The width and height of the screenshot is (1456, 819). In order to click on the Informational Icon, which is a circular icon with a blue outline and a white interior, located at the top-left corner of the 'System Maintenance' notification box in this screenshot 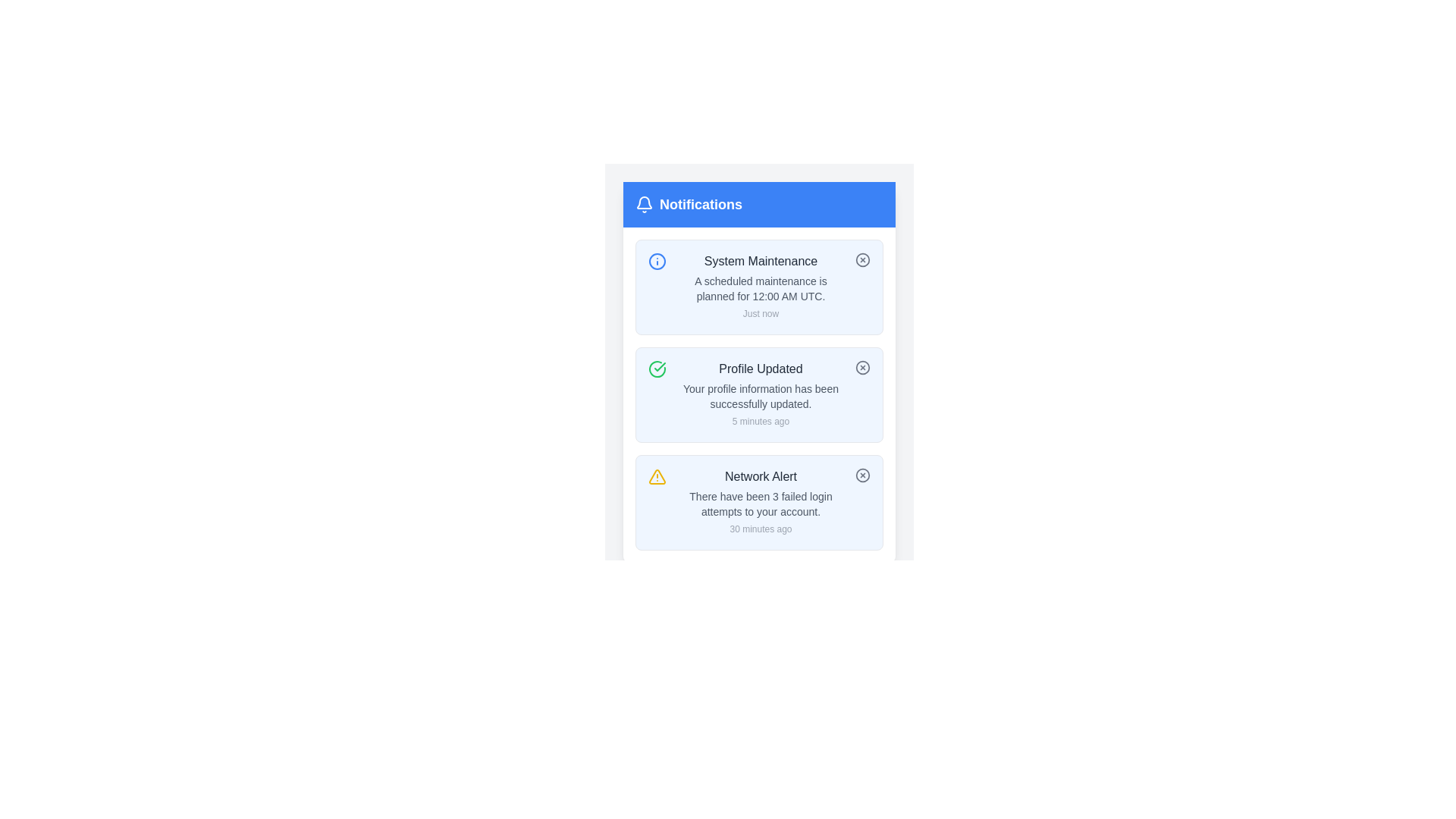, I will do `click(657, 260)`.